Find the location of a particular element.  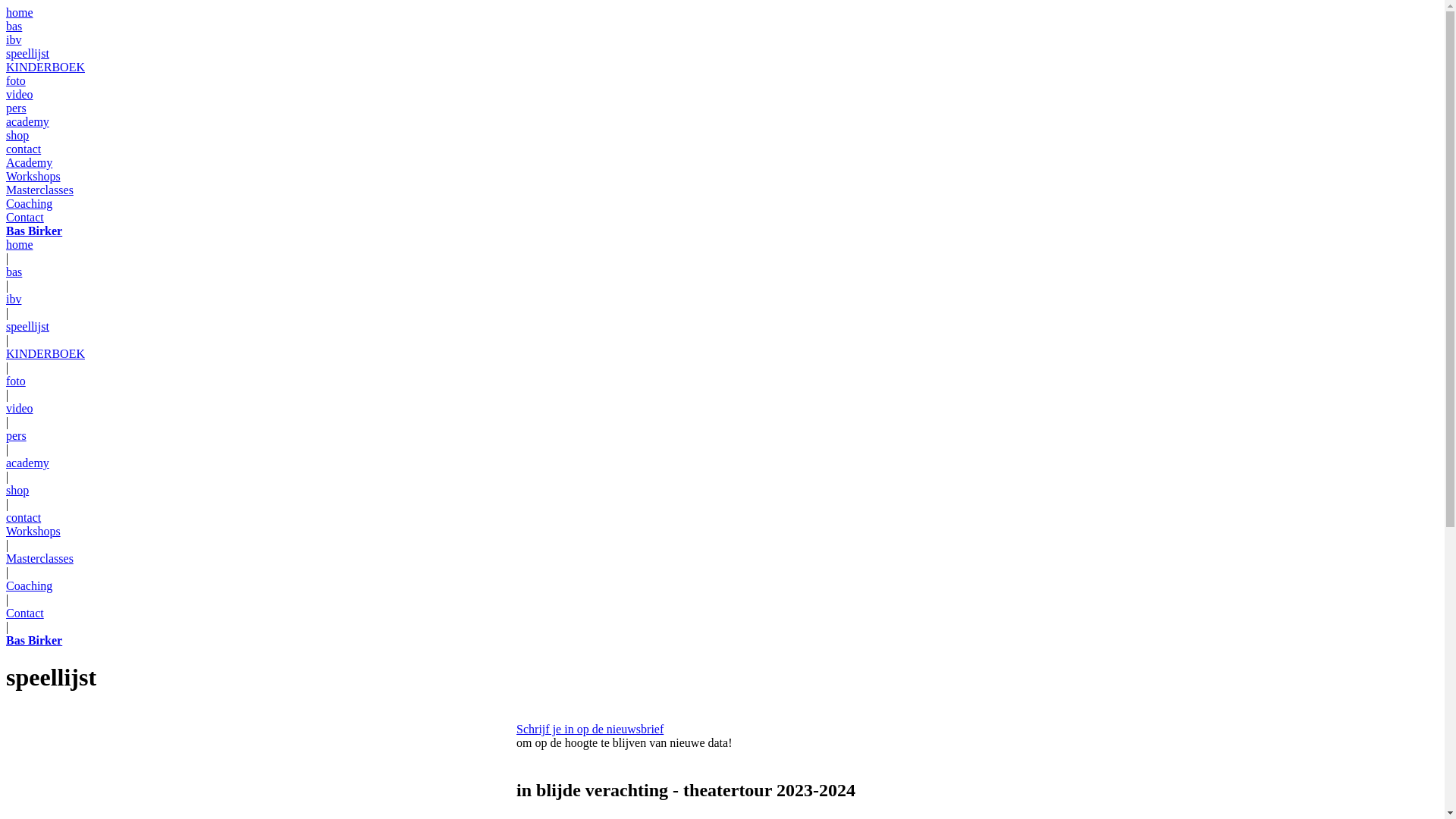

'Bas Birker' is located at coordinates (33, 231).